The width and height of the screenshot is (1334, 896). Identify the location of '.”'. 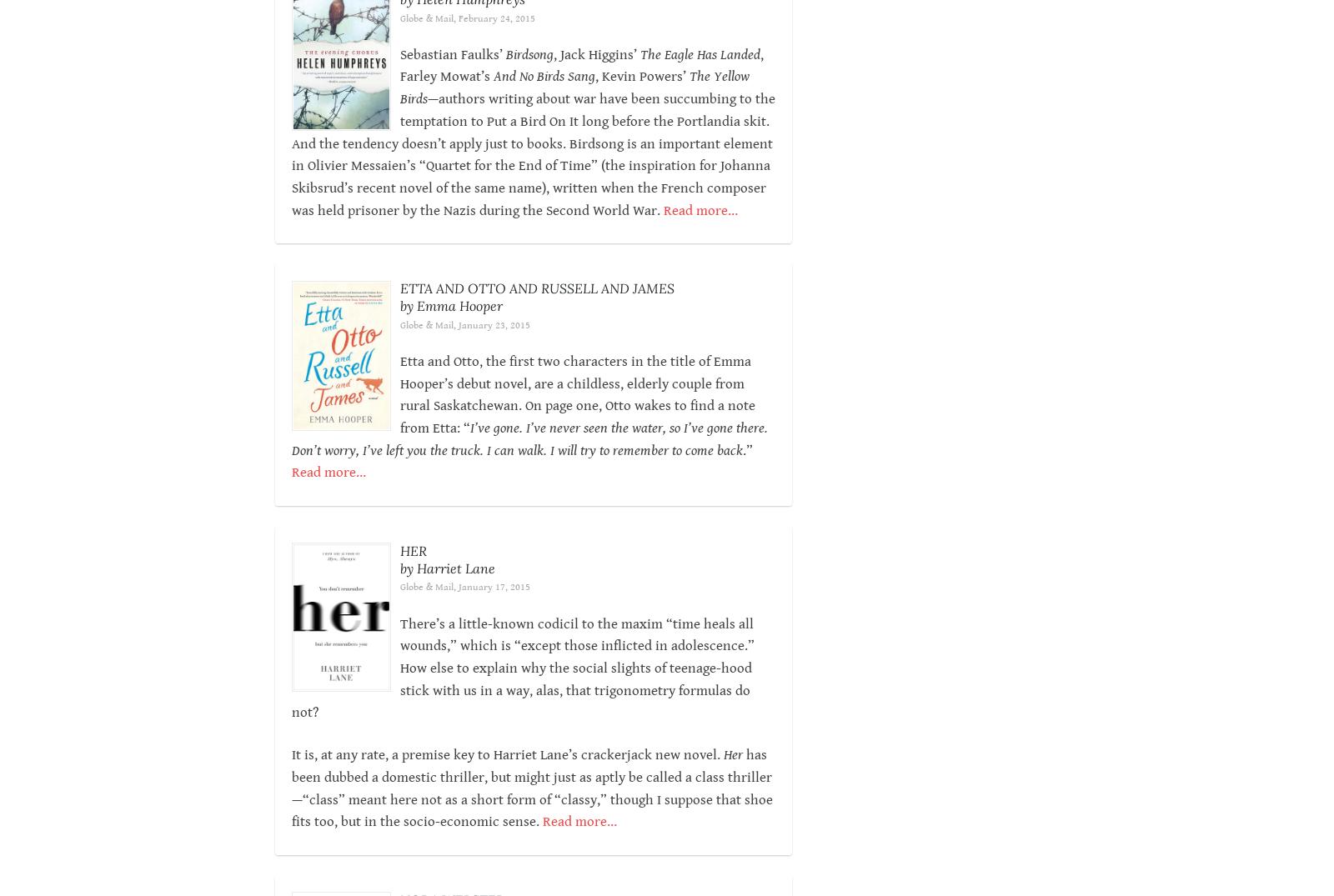
(746, 449).